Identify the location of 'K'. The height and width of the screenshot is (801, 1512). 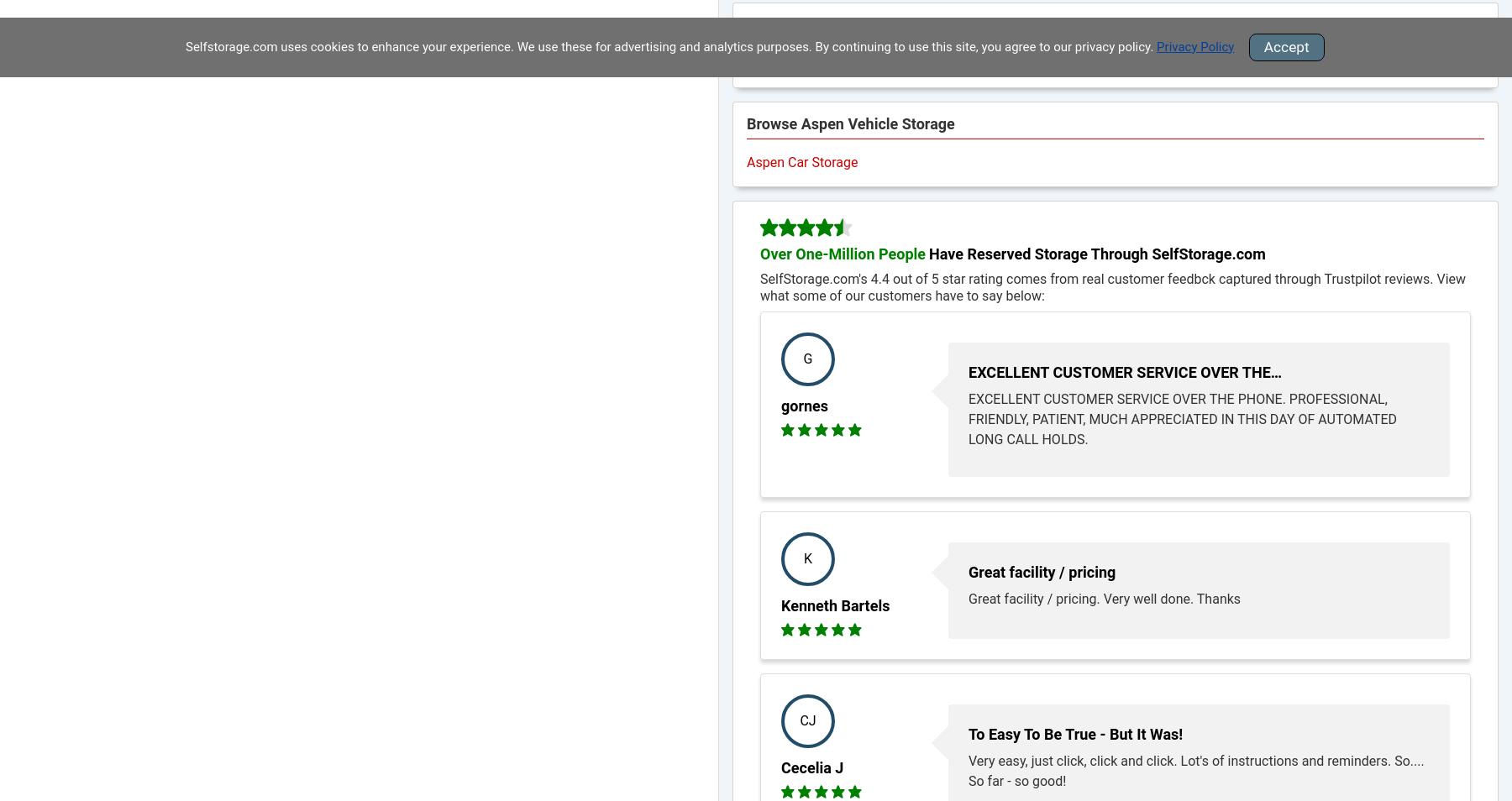
(801, 558).